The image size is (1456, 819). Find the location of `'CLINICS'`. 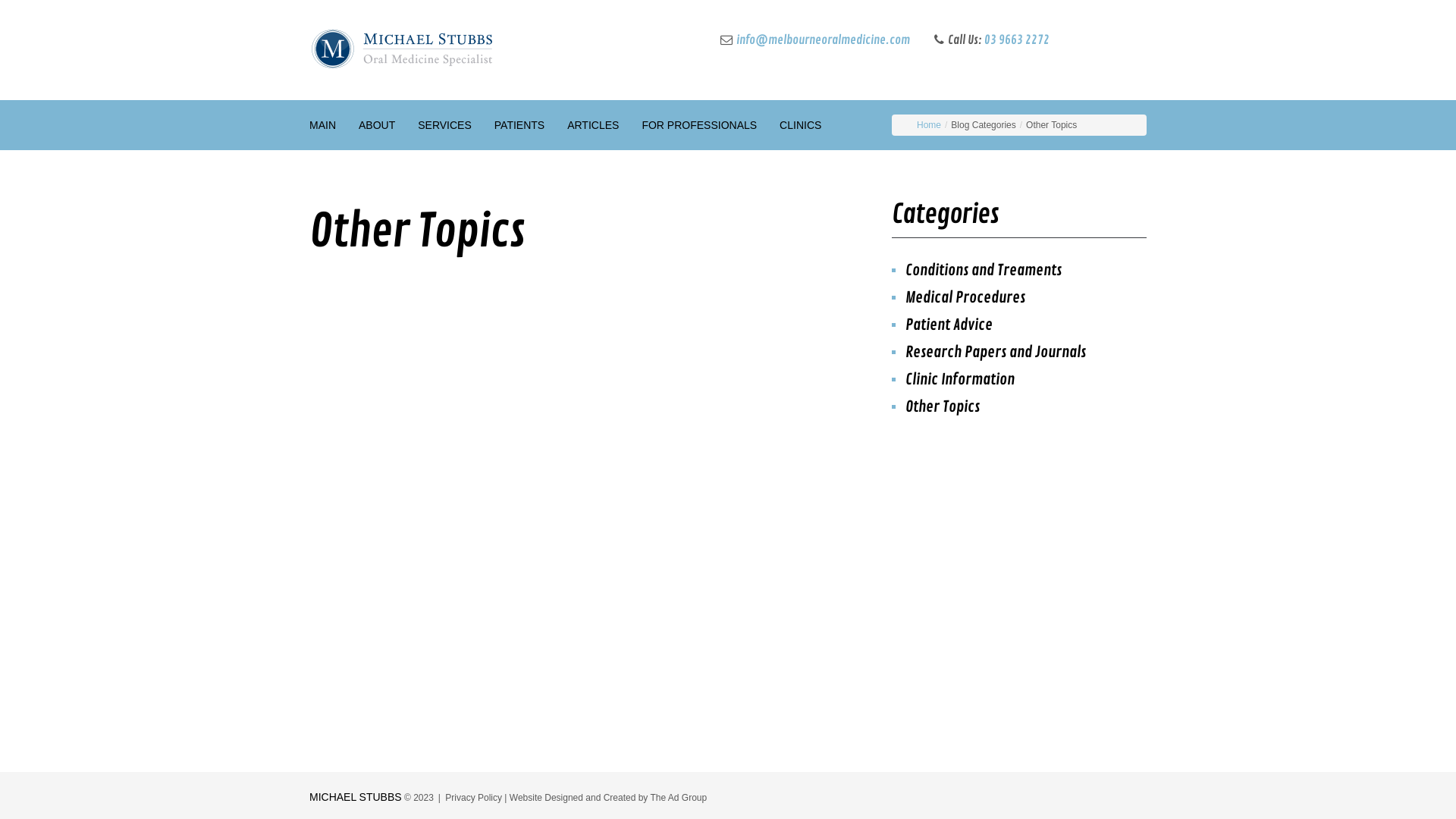

'CLINICS' is located at coordinates (799, 124).